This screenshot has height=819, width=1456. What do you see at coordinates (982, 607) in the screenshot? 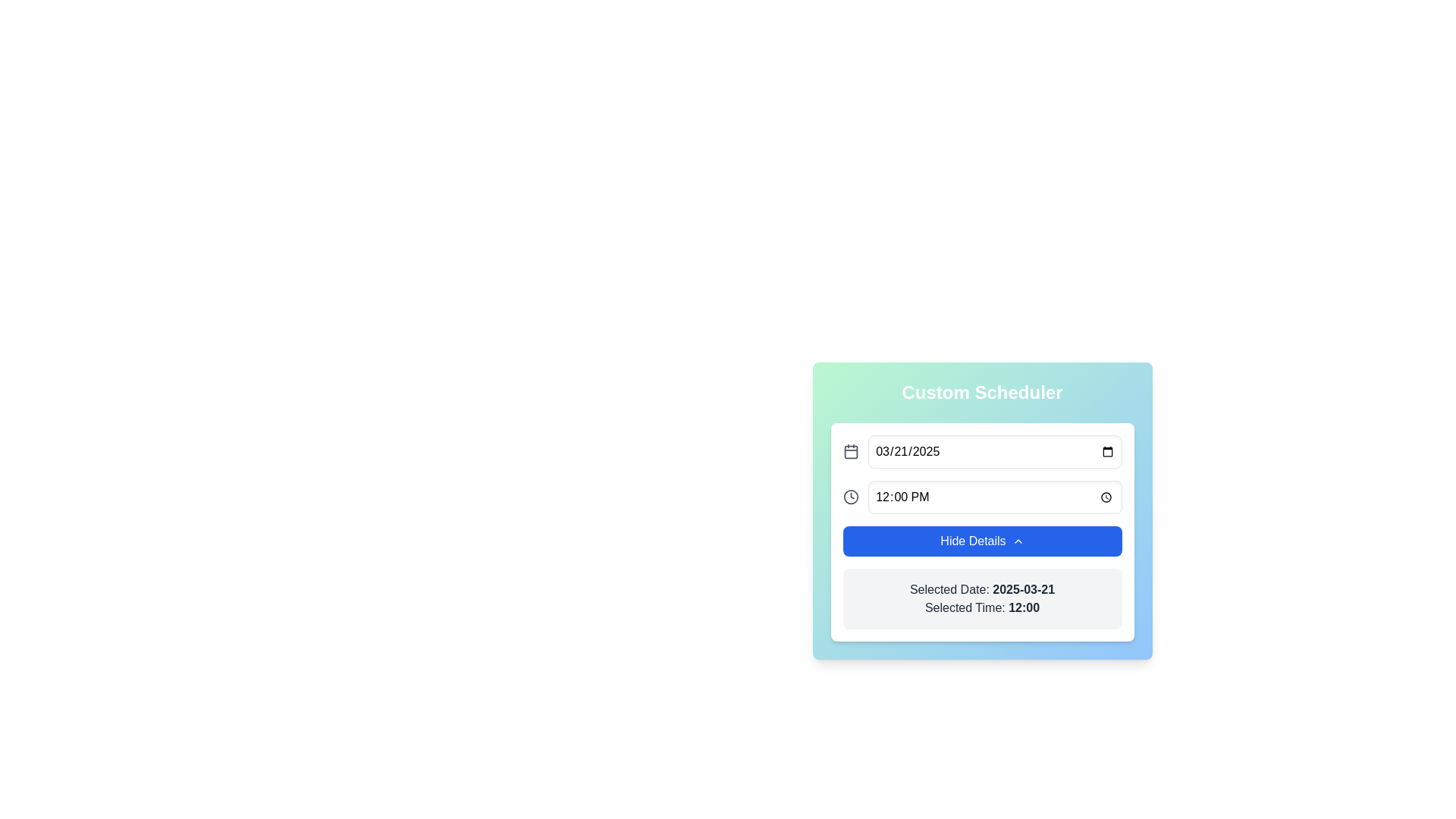
I see `static text display element that shows 'Selected Time: 12:00', which is styled in gray with the time emphasized in bold` at bounding box center [982, 607].